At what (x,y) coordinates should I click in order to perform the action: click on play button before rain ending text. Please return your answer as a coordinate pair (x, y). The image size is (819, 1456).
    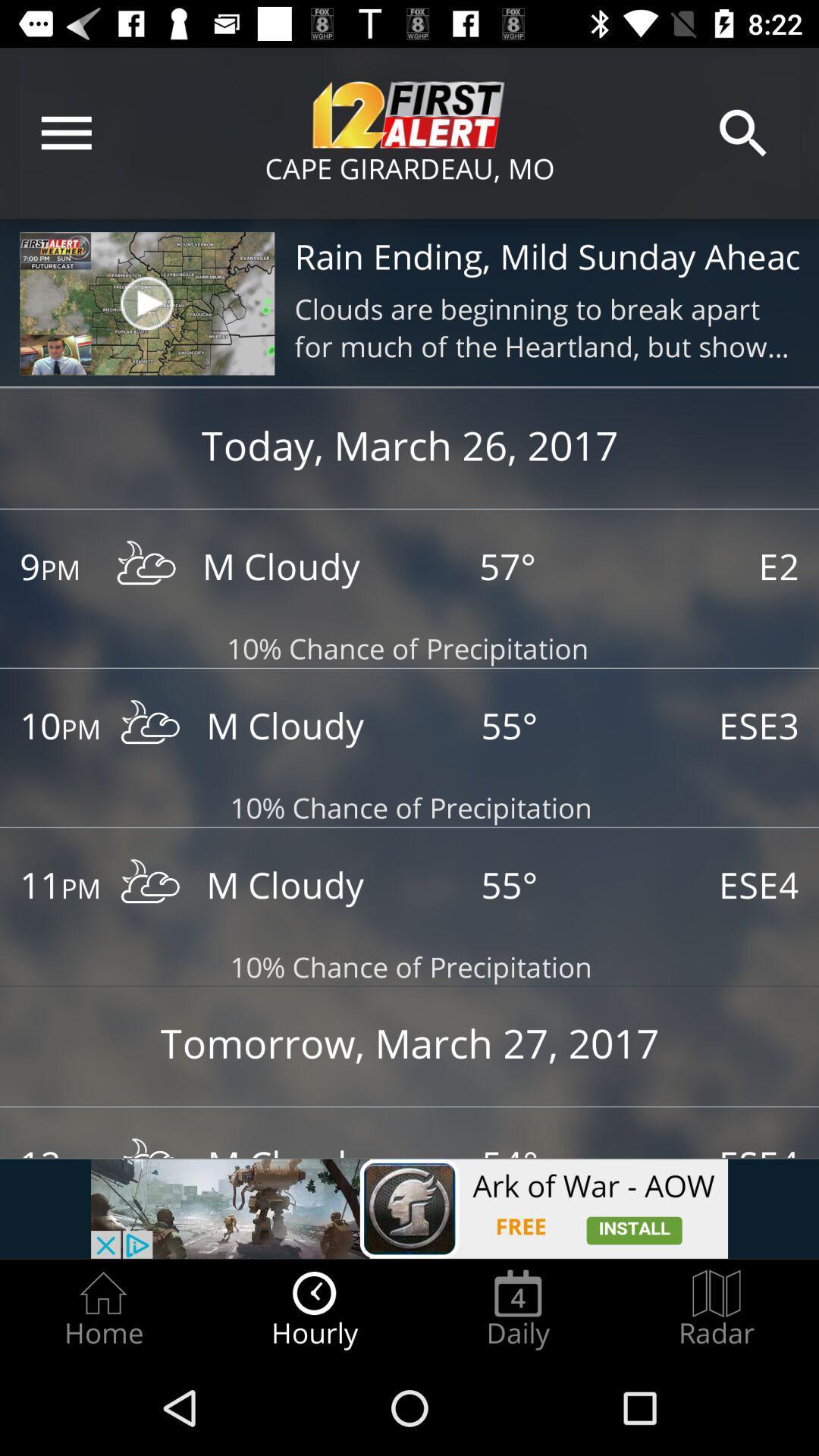
    Looking at the image, I should click on (146, 303).